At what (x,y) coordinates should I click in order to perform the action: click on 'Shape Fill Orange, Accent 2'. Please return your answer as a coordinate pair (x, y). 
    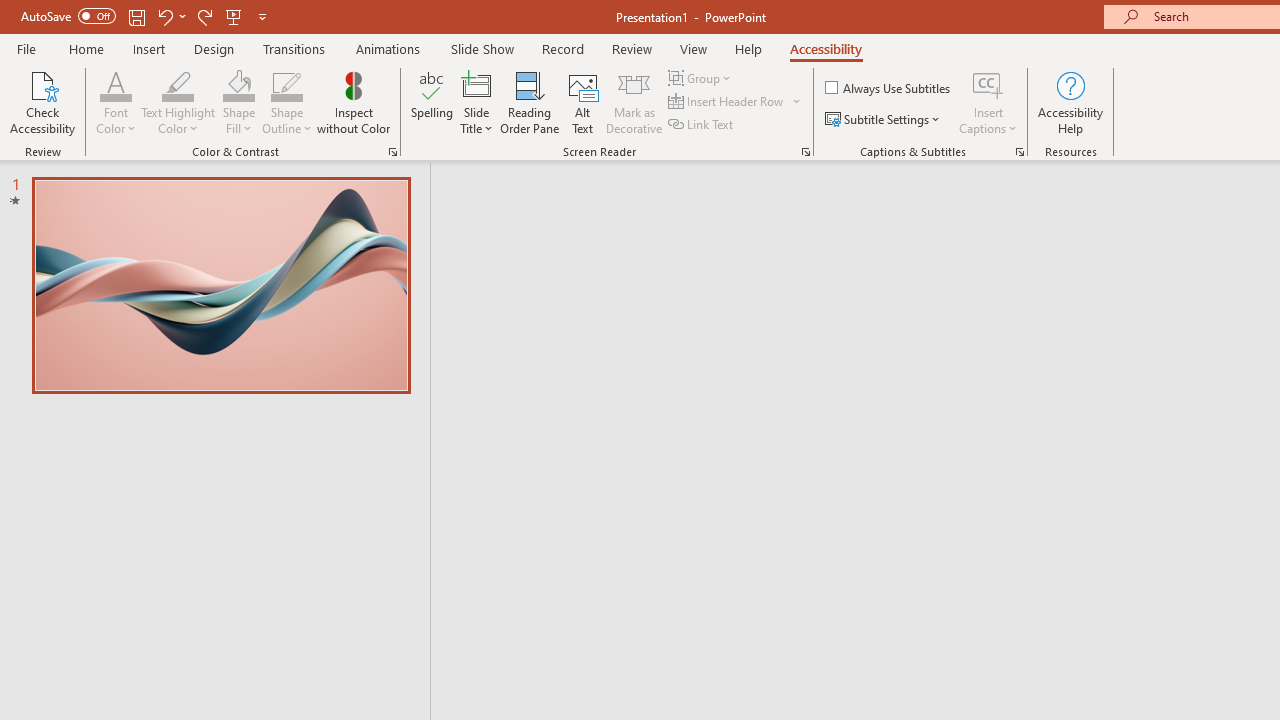
    Looking at the image, I should click on (238, 84).